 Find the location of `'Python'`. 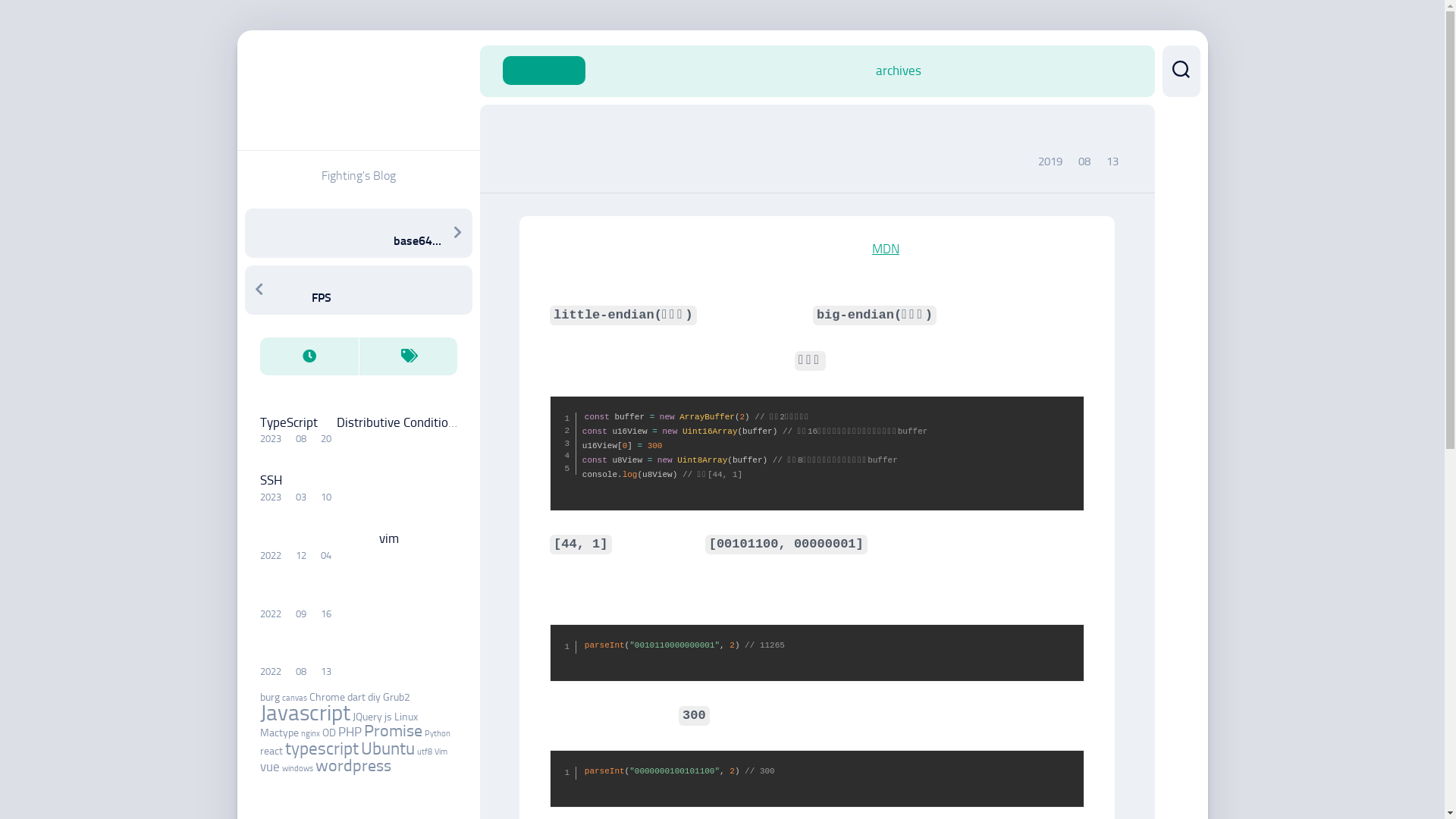

'Python' is located at coordinates (425, 733).